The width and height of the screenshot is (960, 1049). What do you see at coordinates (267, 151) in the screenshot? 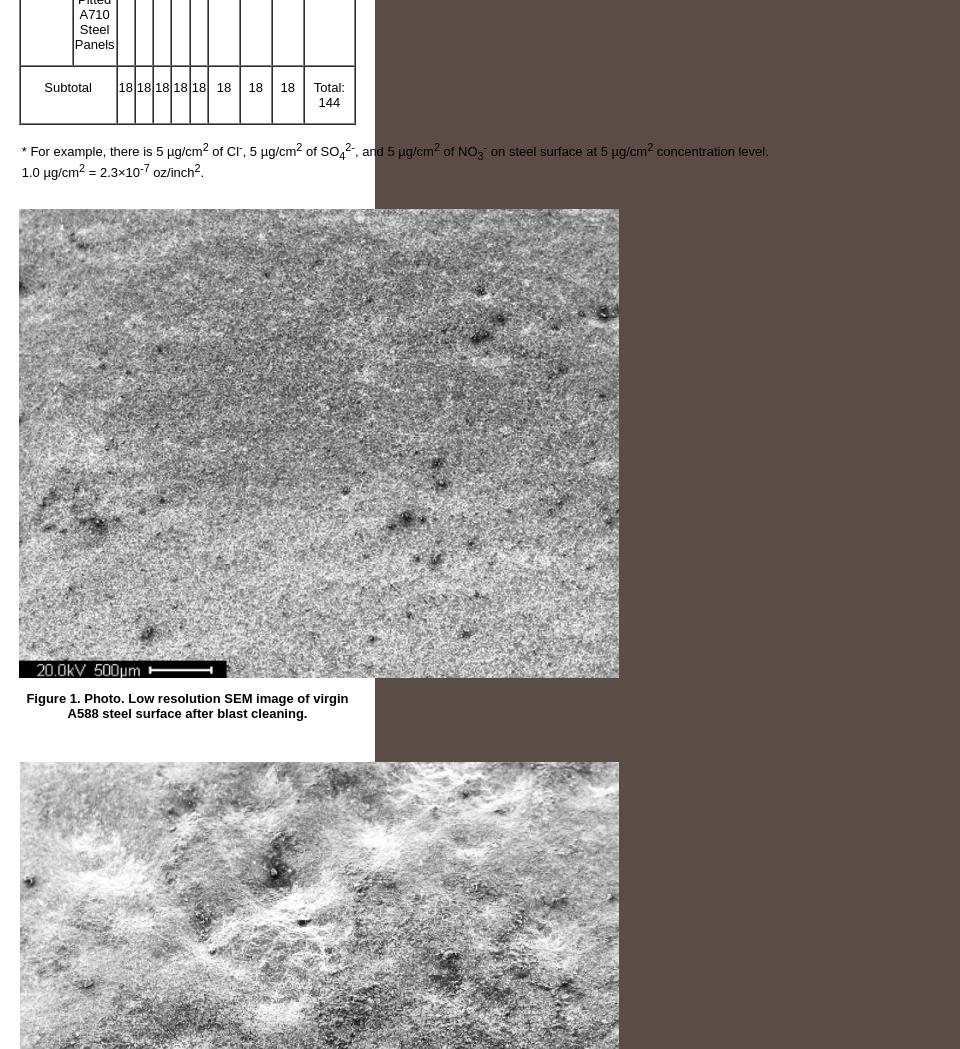
I see `', 5 µg/cm'` at bounding box center [267, 151].